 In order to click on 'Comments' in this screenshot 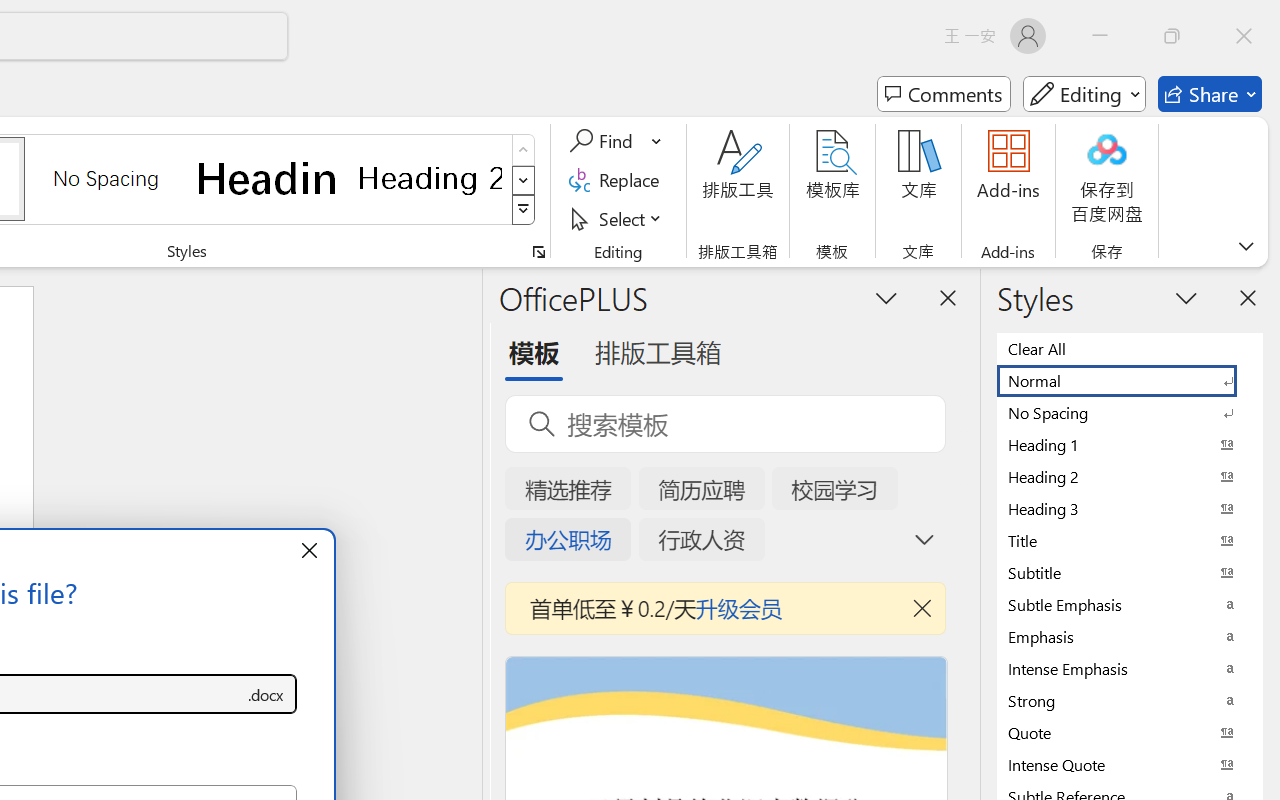, I will do `click(943, 94)`.